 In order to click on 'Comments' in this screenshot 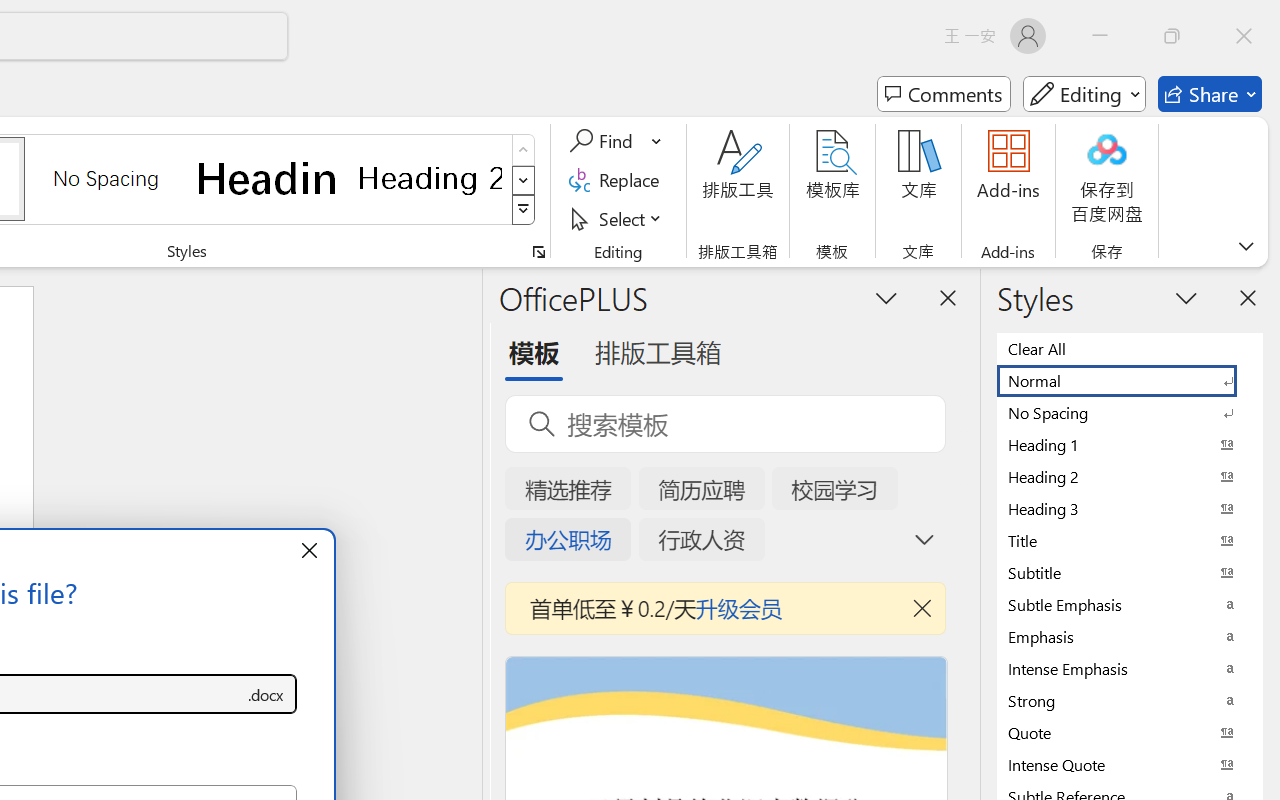, I will do `click(943, 94)`.